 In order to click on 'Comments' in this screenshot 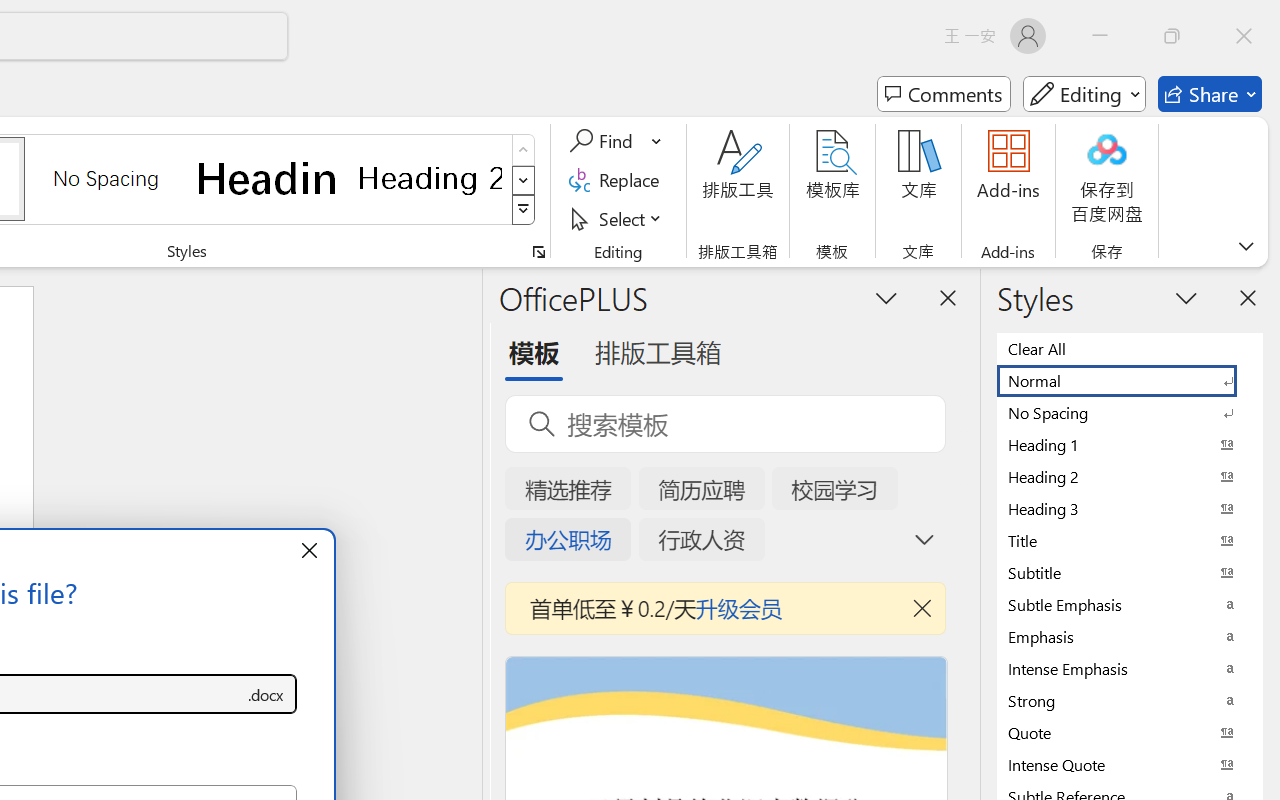, I will do `click(943, 94)`.